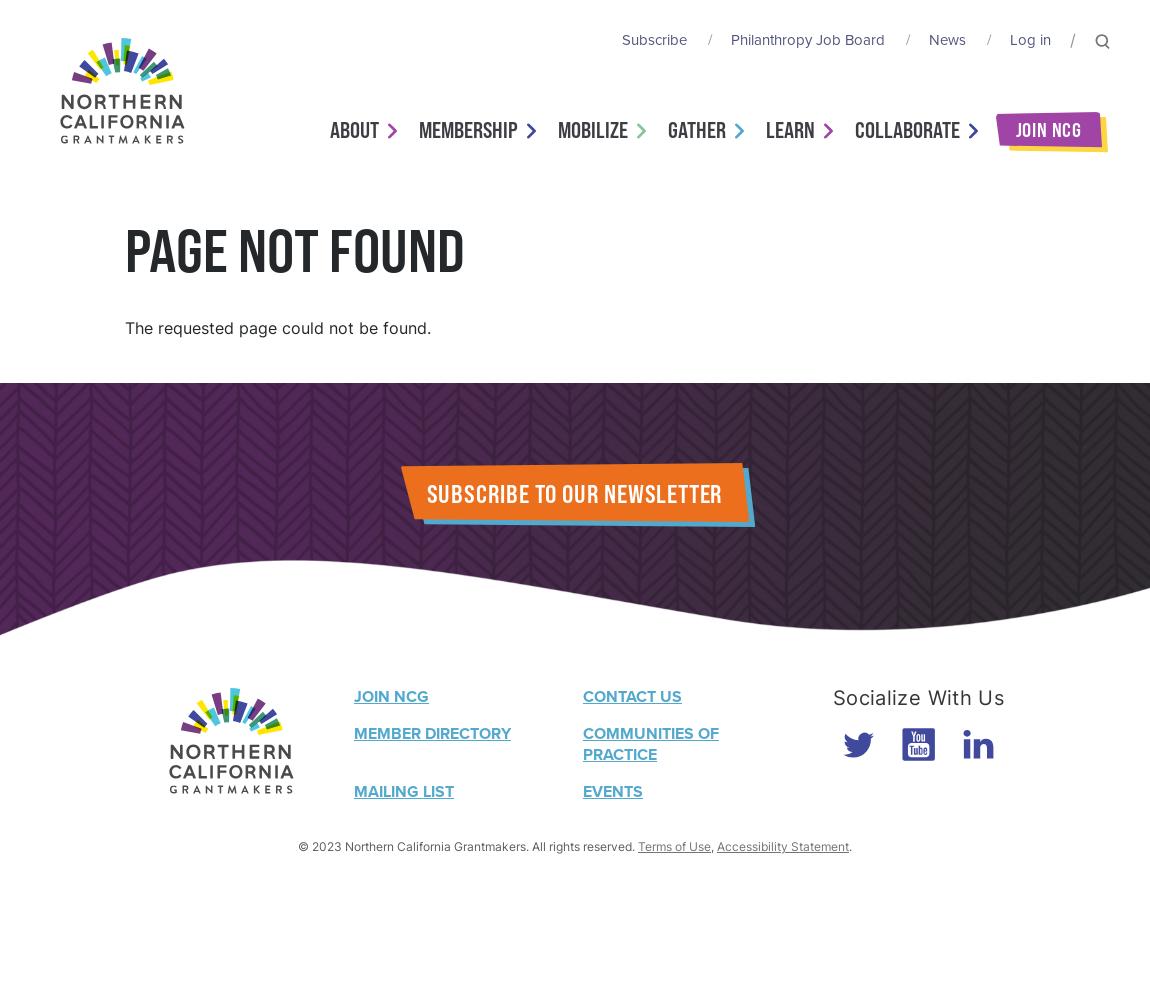 Image resolution: width=1150 pixels, height=1000 pixels. What do you see at coordinates (713, 845) in the screenshot?
I see `','` at bounding box center [713, 845].